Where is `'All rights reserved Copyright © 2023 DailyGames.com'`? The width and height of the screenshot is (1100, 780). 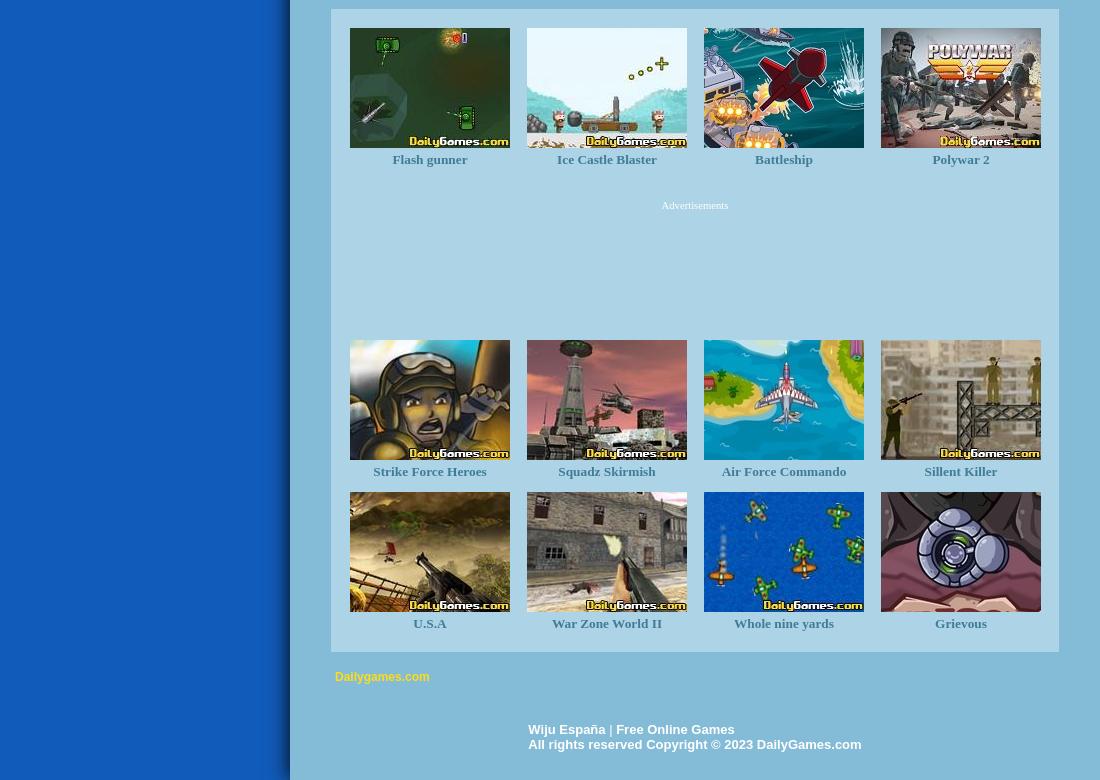 'All rights reserved Copyright © 2023 DailyGames.com' is located at coordinates (528, 743).